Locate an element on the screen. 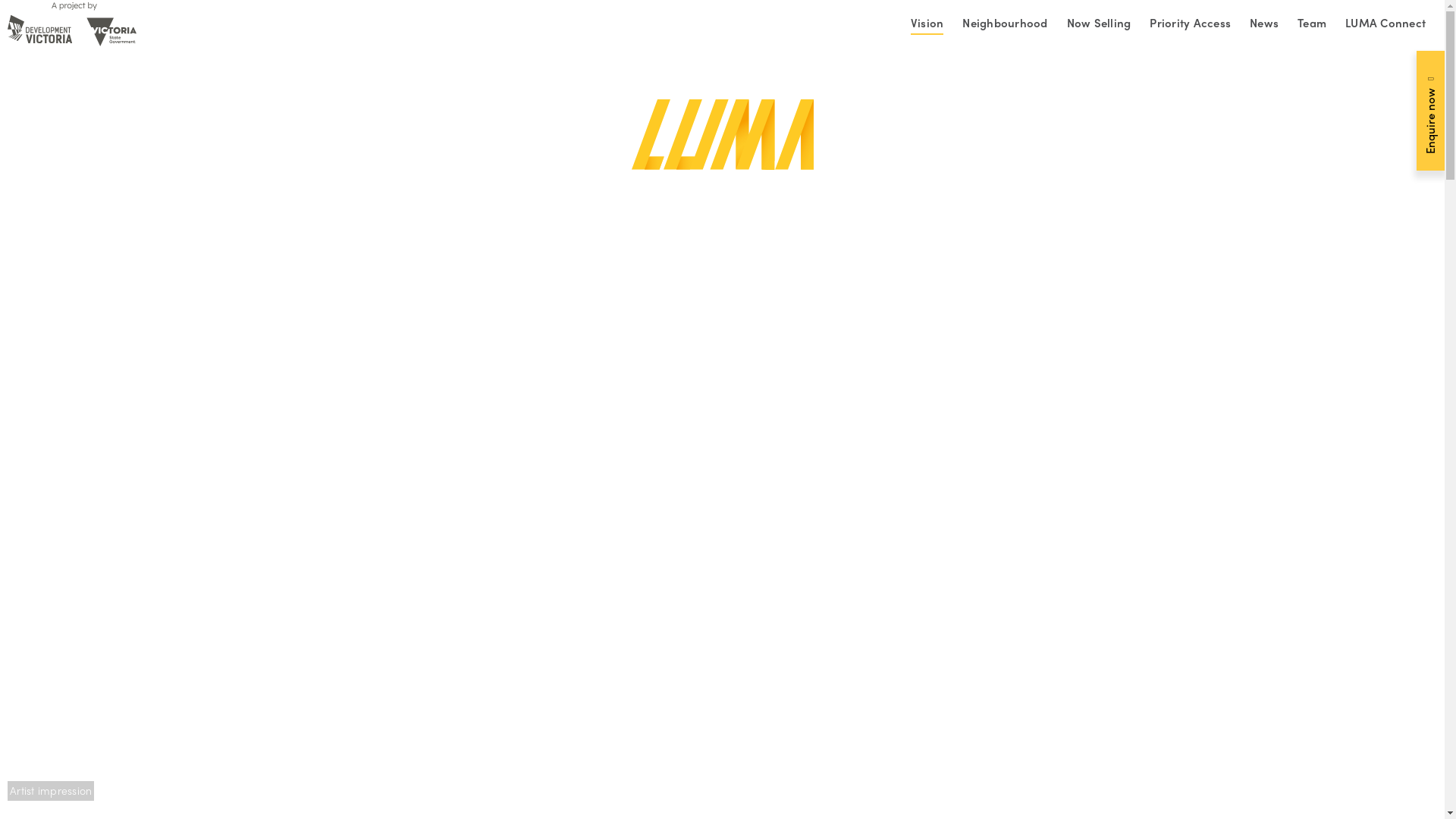 This screenshot has height=819, width=1456. 'Team' is located at coordinates (1310, 25).